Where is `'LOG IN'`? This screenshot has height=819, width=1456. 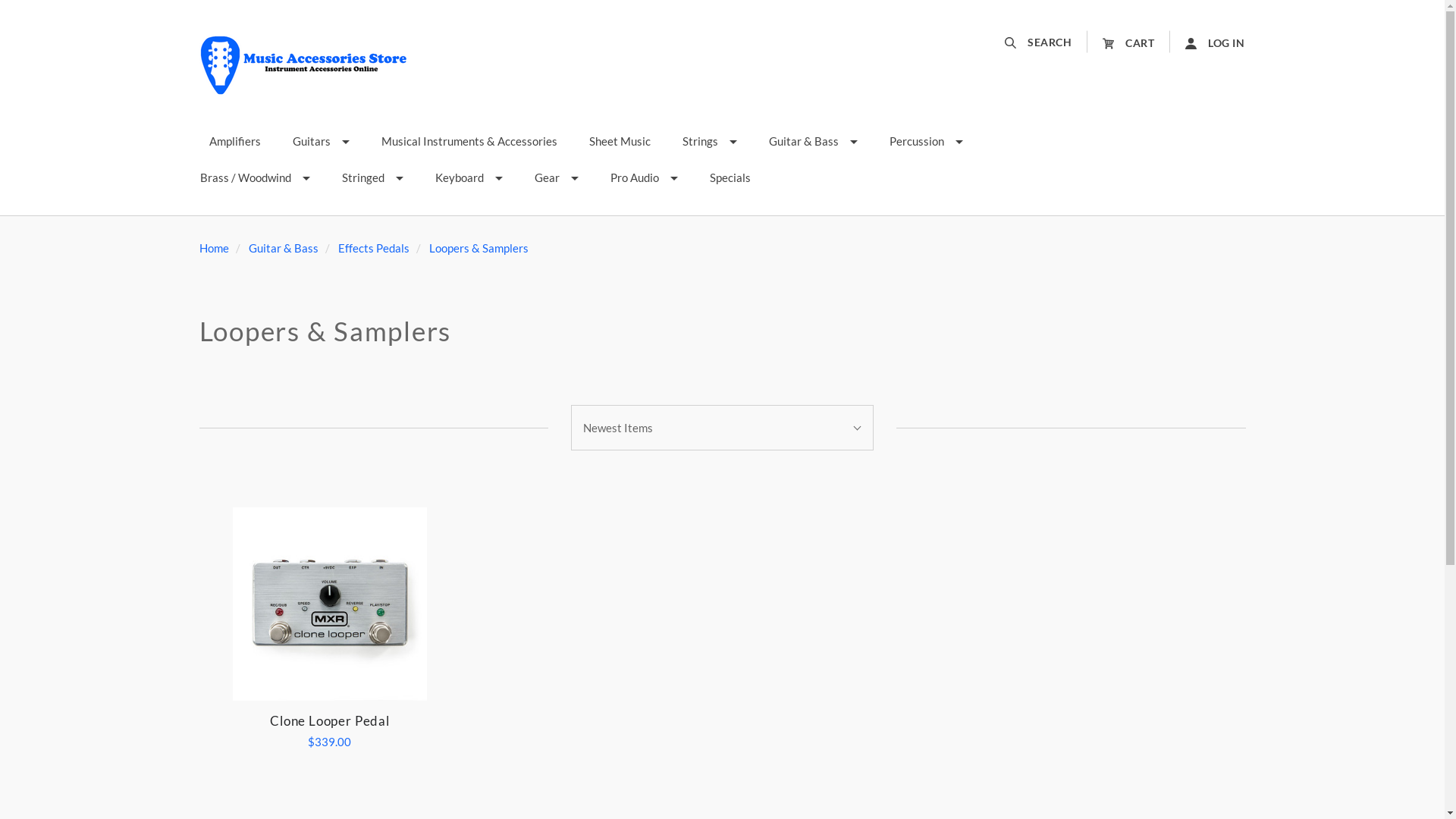 'LOG IN' is located at coordinates (1207, 42).